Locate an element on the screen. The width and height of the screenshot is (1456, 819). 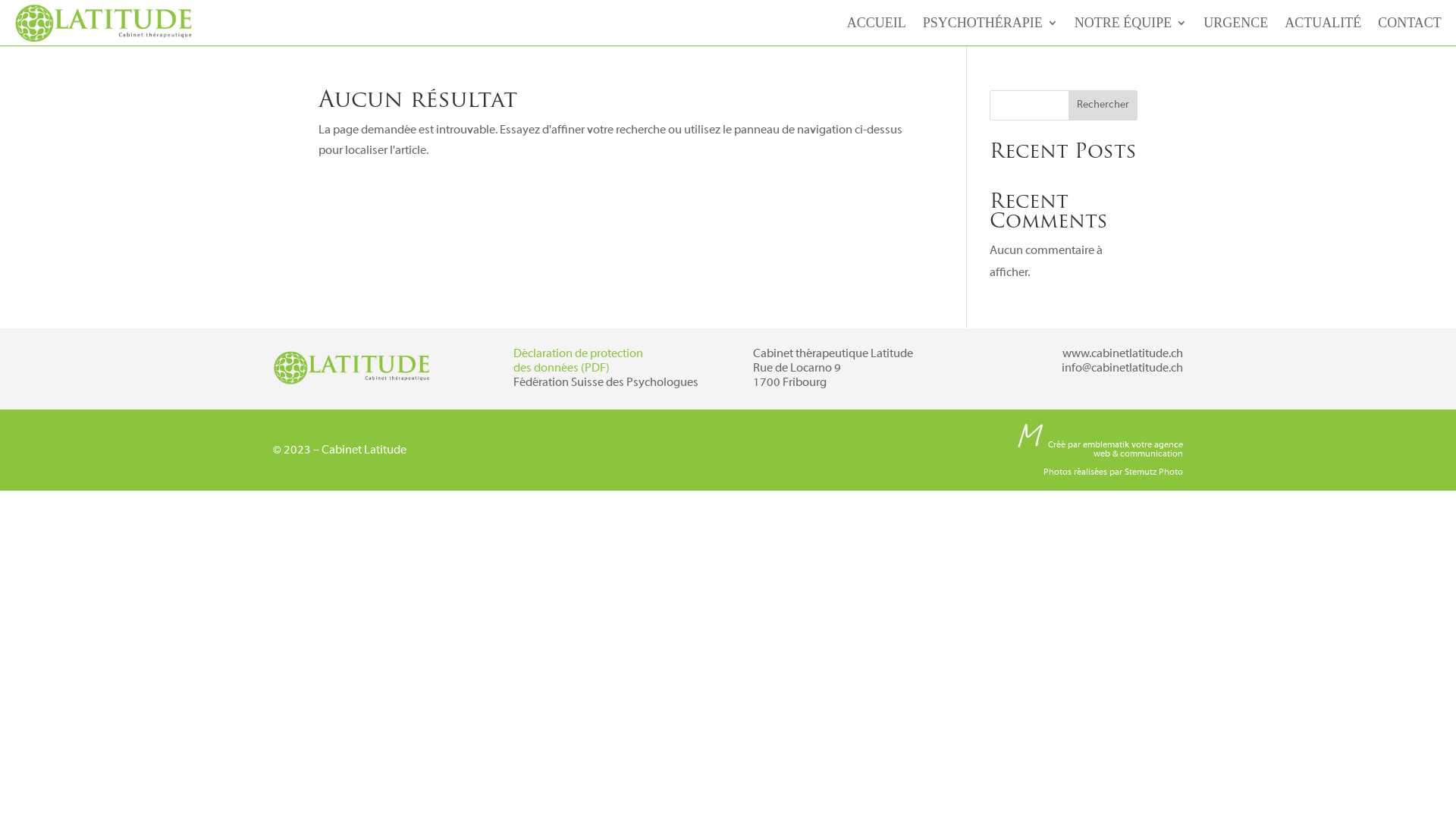
'CONTACT' is located at coordinates (1408, 26).